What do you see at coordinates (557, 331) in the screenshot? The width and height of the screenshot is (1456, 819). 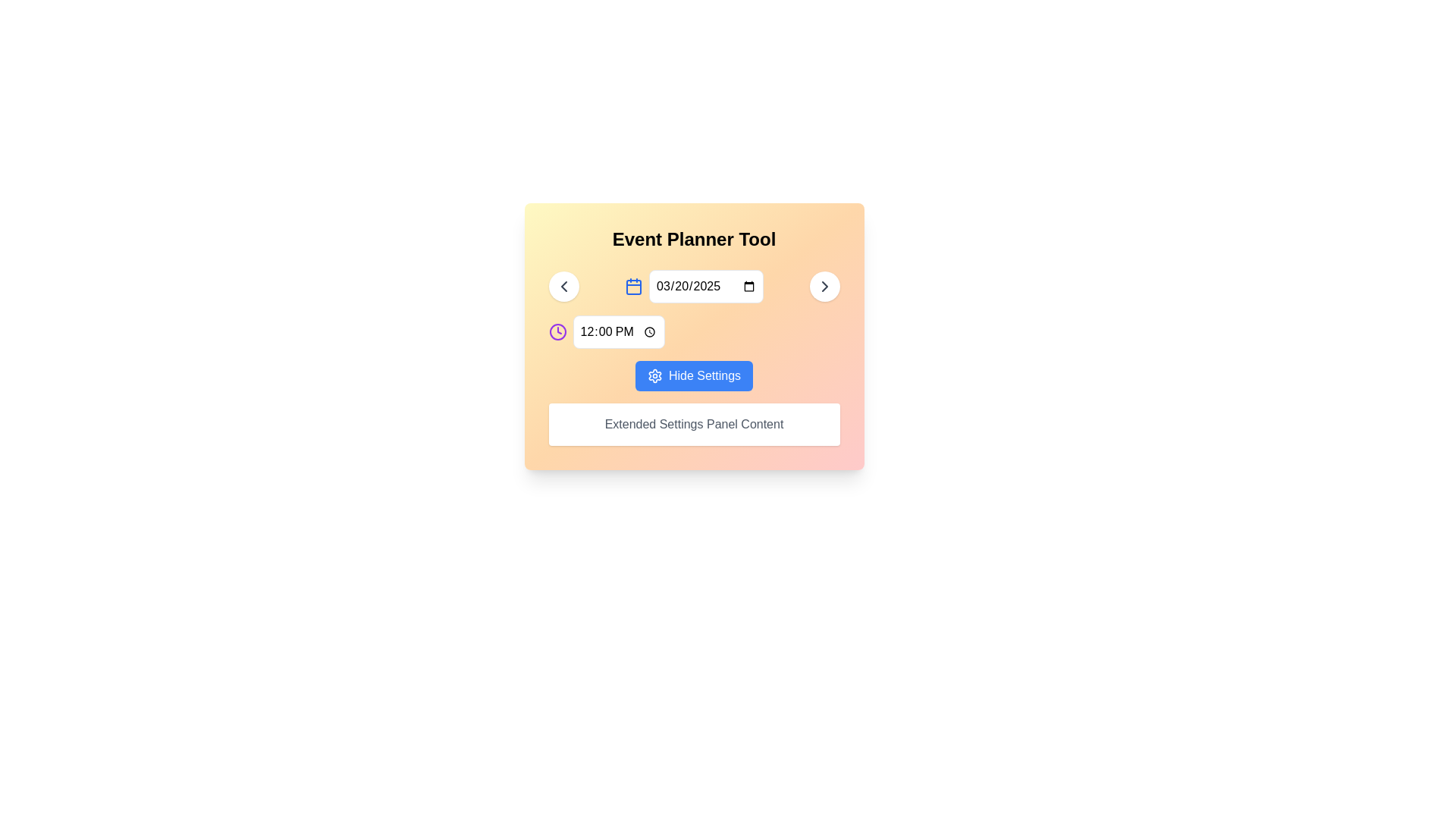 I see `the clock icon located in the 'Event Planner Tool' interface, which is positioned to the left of the time input field displaying '12:00 PM'` at bounding box center [557, 331].